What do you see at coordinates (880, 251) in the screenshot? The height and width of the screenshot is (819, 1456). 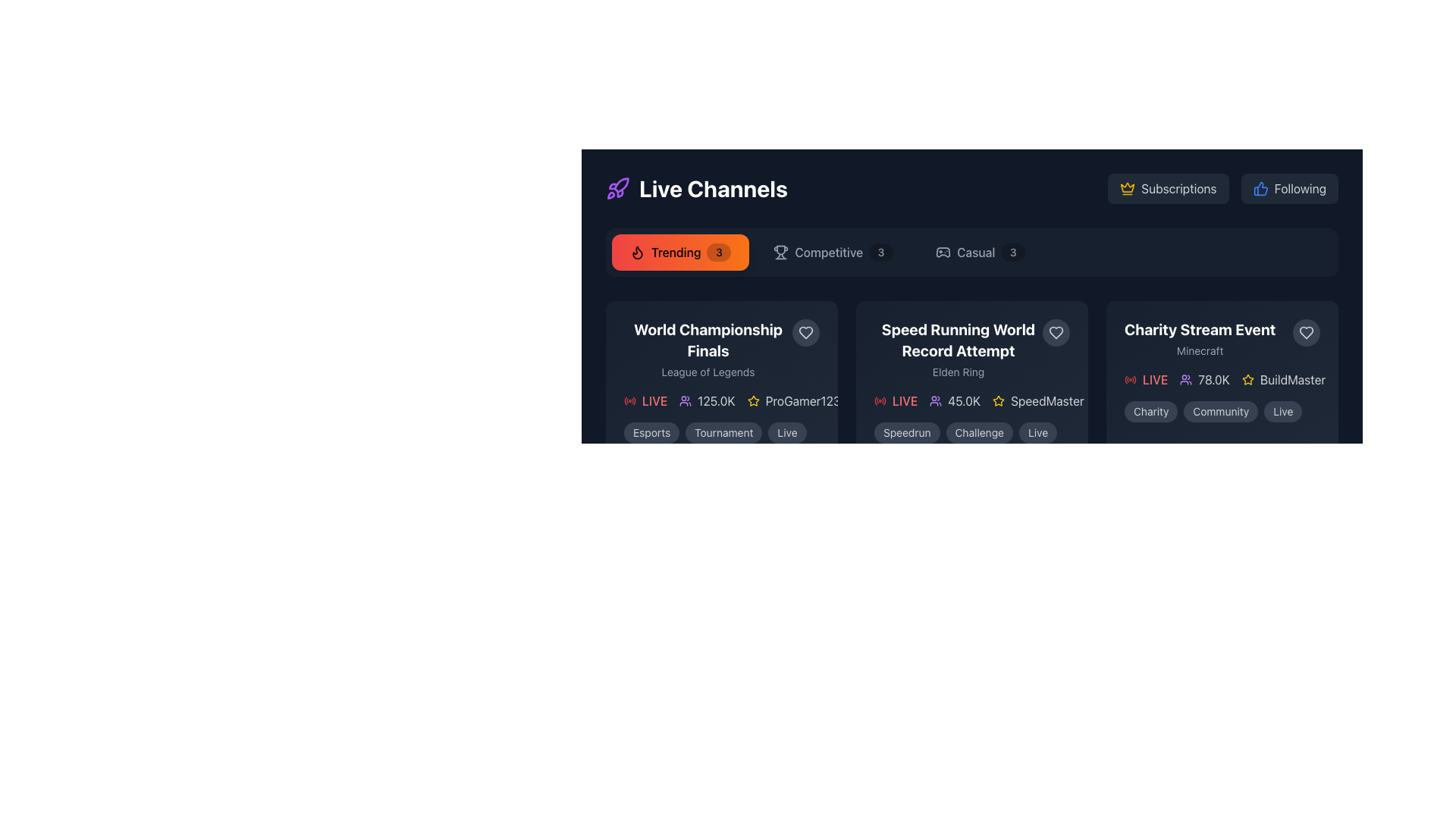 I see `the small circular Badge with a black semi-transparent background and the number '3' in white, located to the right of 'Competitive' in the navigation bar` at bounding box center [880, 251].